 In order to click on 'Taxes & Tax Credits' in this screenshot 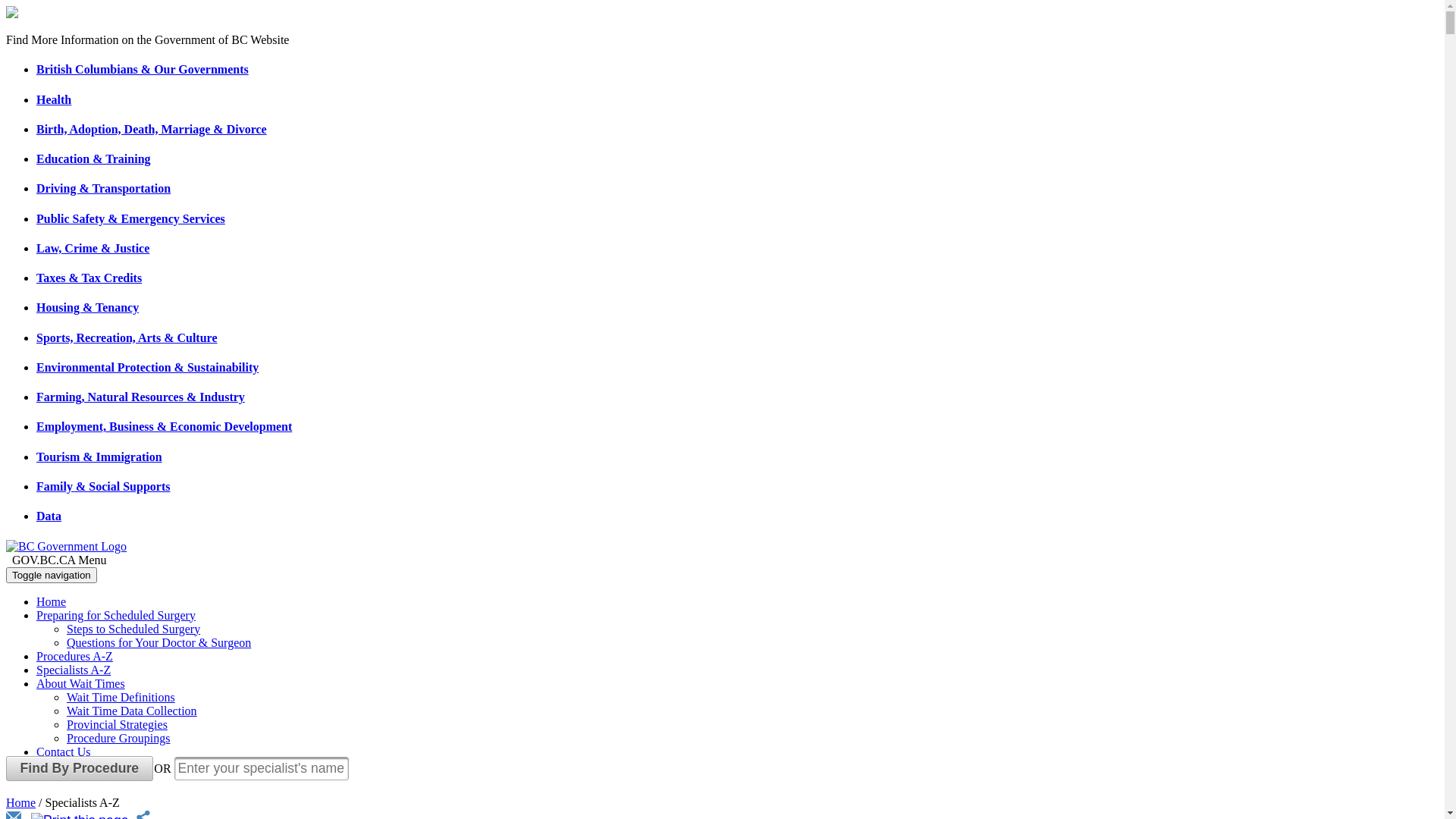, I will do `click(88, 278)`.